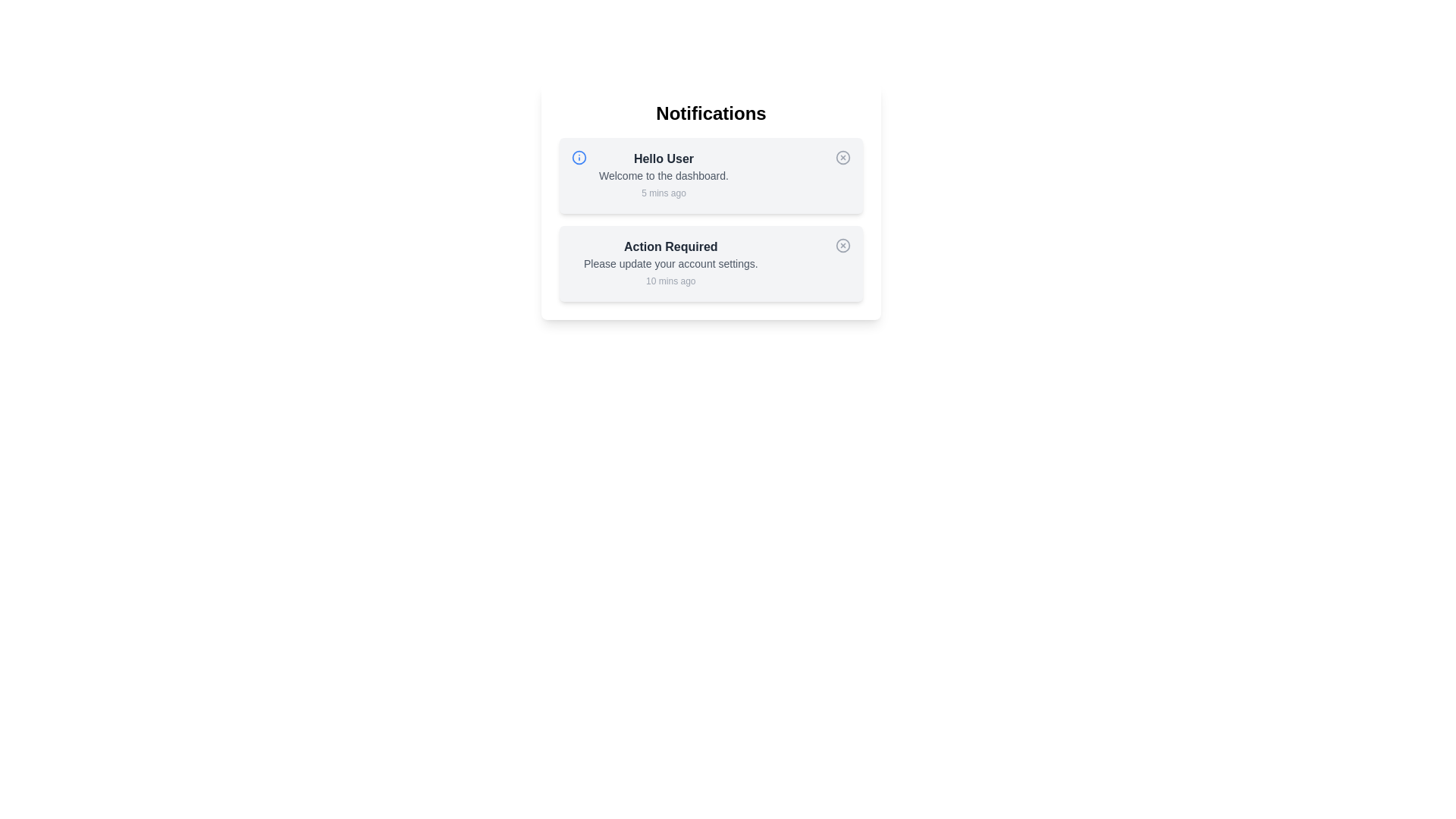 The image size is (1456, 819). What do you see at coordinates (843, 245) in the screenshot?
I see `the dismissal button located at the top-right corner of the 'Action Required' notification card` at bounding box center [843, 245].